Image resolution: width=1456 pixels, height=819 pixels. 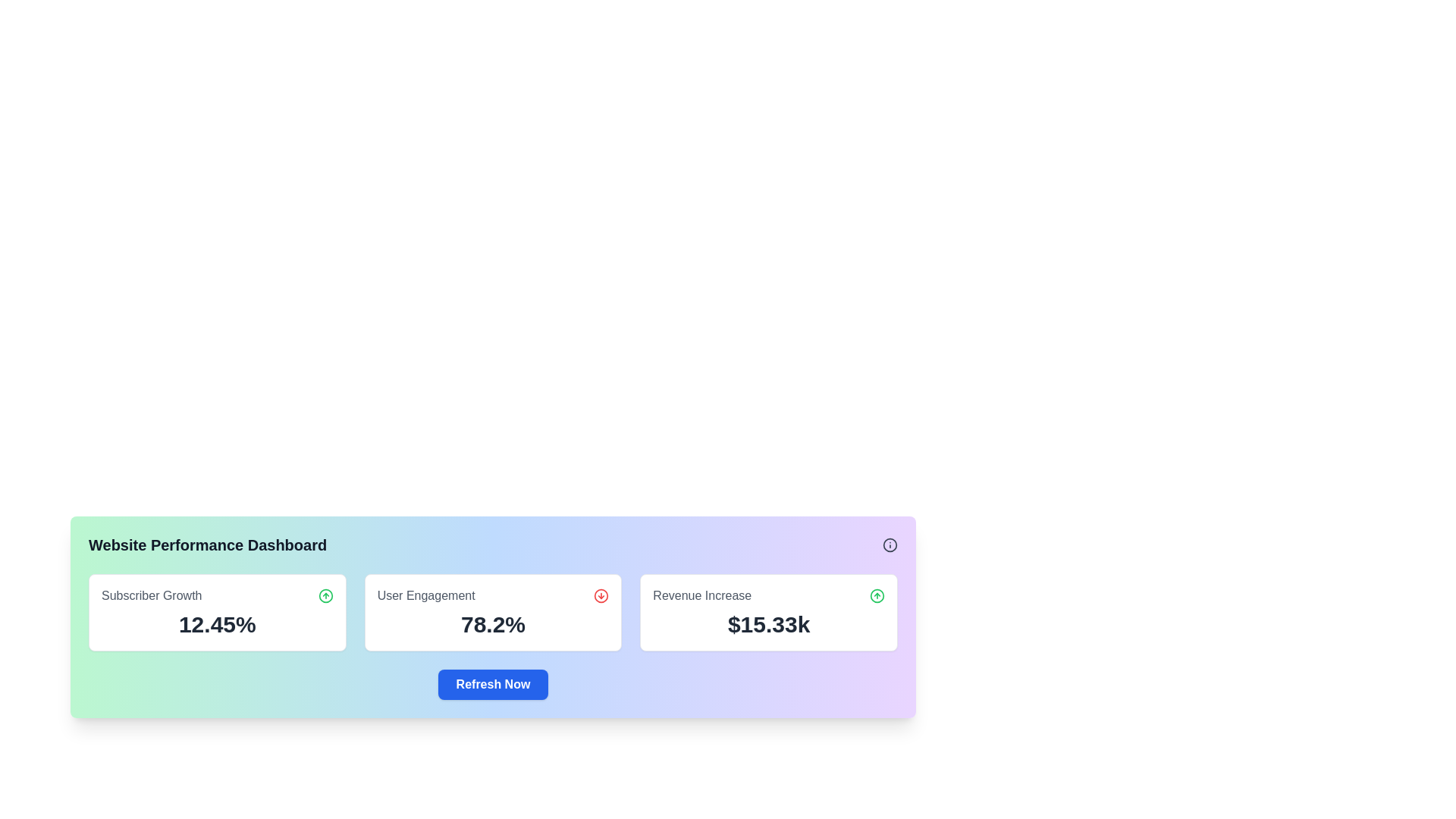 What do you see at coordinates (769, 611) in the screenshot?
I see `the Informational card displaying 'Revenue Increase' with a bold $15.33k value, located in the rightmost position of a three-column grid layout` at bounding box center [769, 611].